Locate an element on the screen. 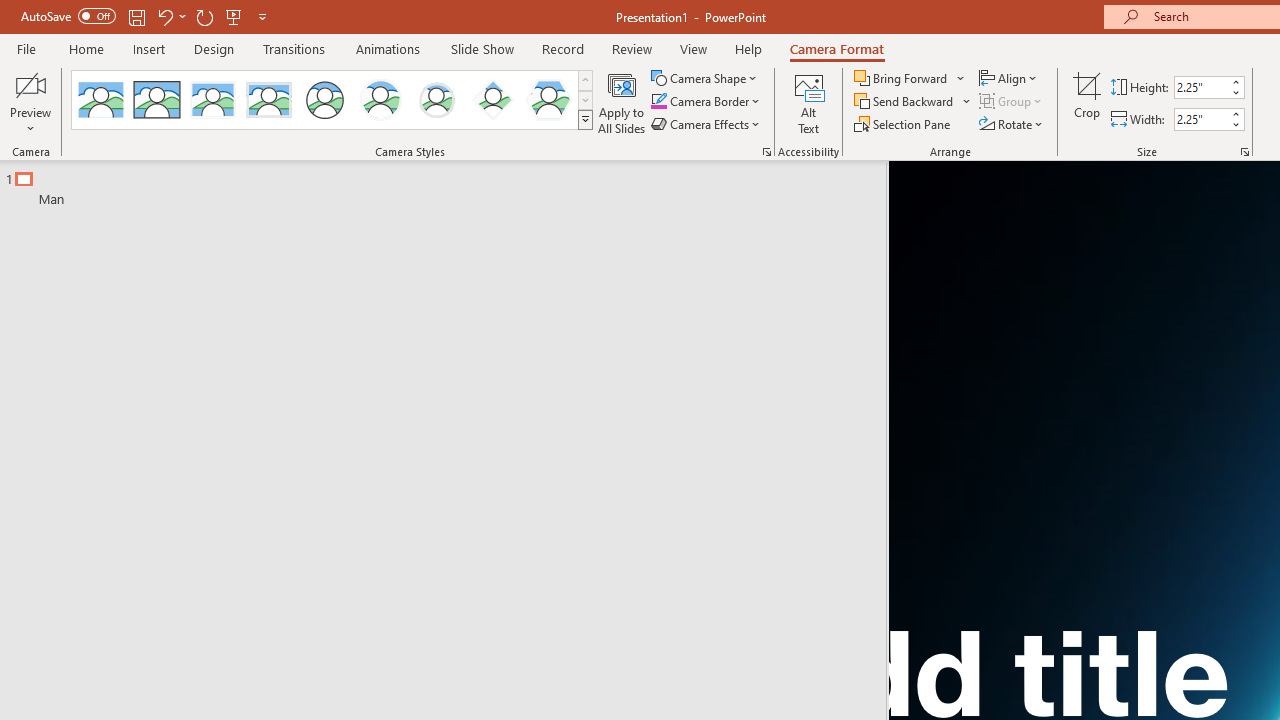 This screenshot has height=720, width=1280. 'Send Backward' is located at coordinates (904, 101).